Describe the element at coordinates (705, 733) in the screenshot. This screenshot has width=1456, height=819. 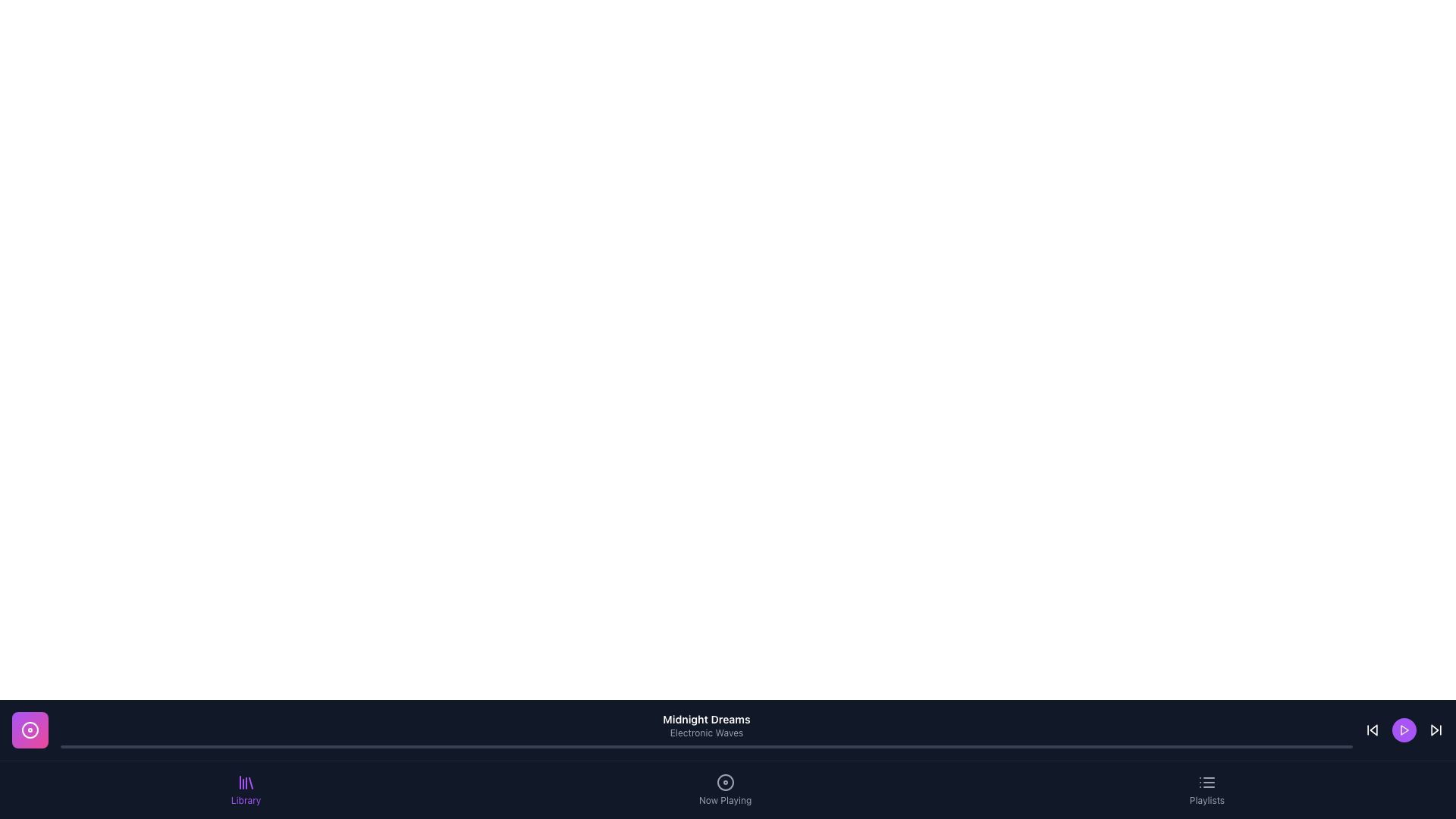
I see `the text label located directly beneath the text 'Midnight Dreams', which serves as a subtitle or descriptive label` at that location.